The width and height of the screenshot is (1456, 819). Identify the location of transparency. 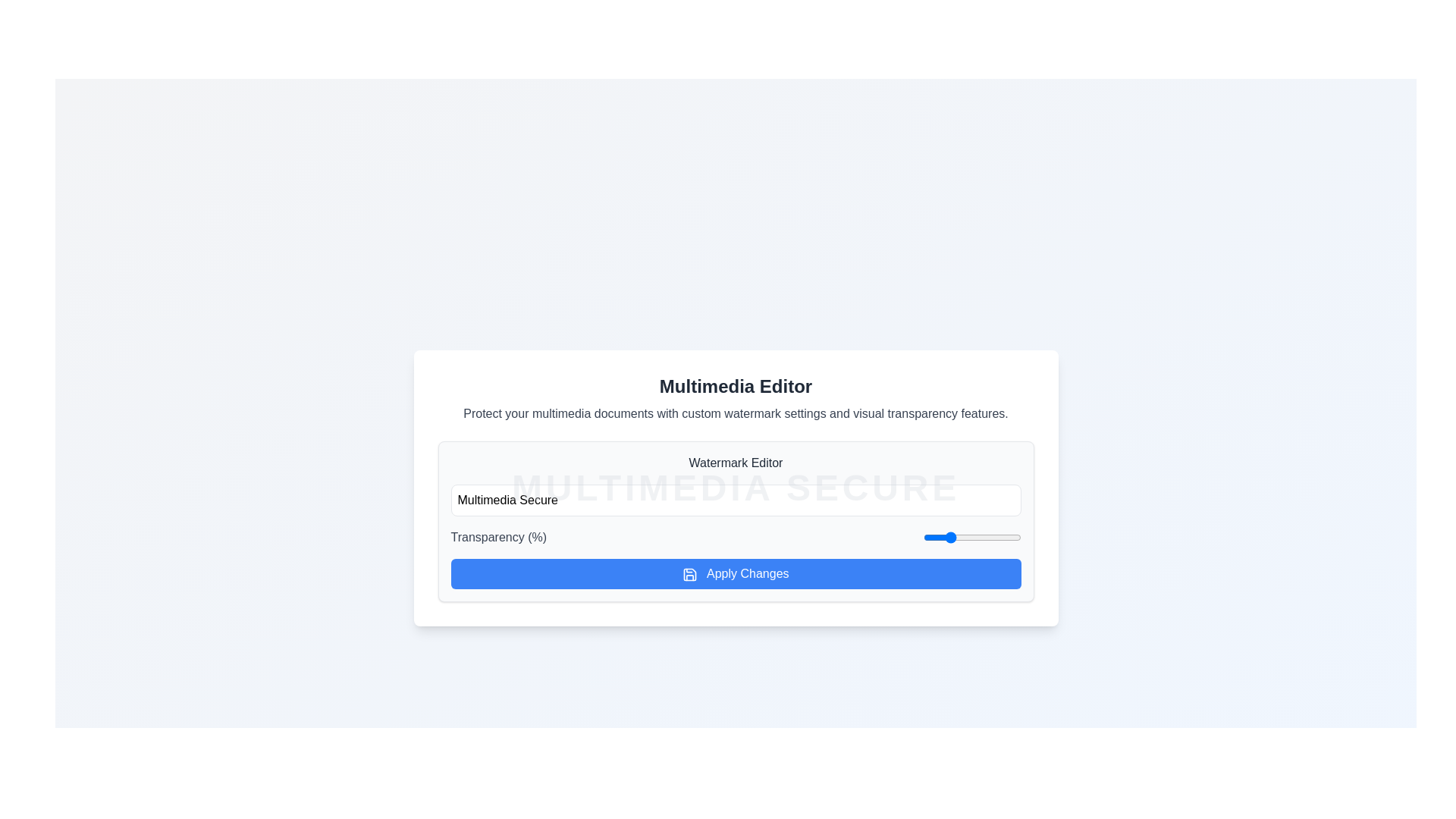
(1007, 537).